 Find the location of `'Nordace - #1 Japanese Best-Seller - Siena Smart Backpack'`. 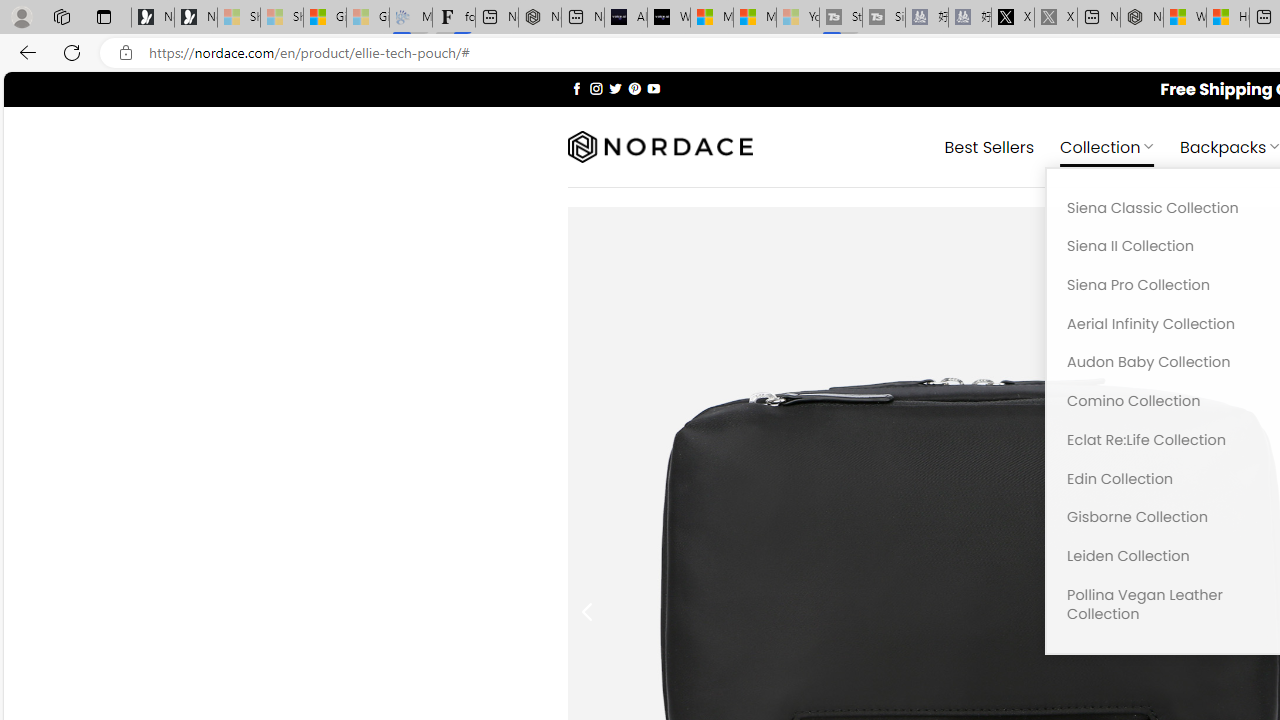

'Nordace - #1 Japanese Best-Seller - Siena Smart Backpack' is located at coordinates (539, 17).